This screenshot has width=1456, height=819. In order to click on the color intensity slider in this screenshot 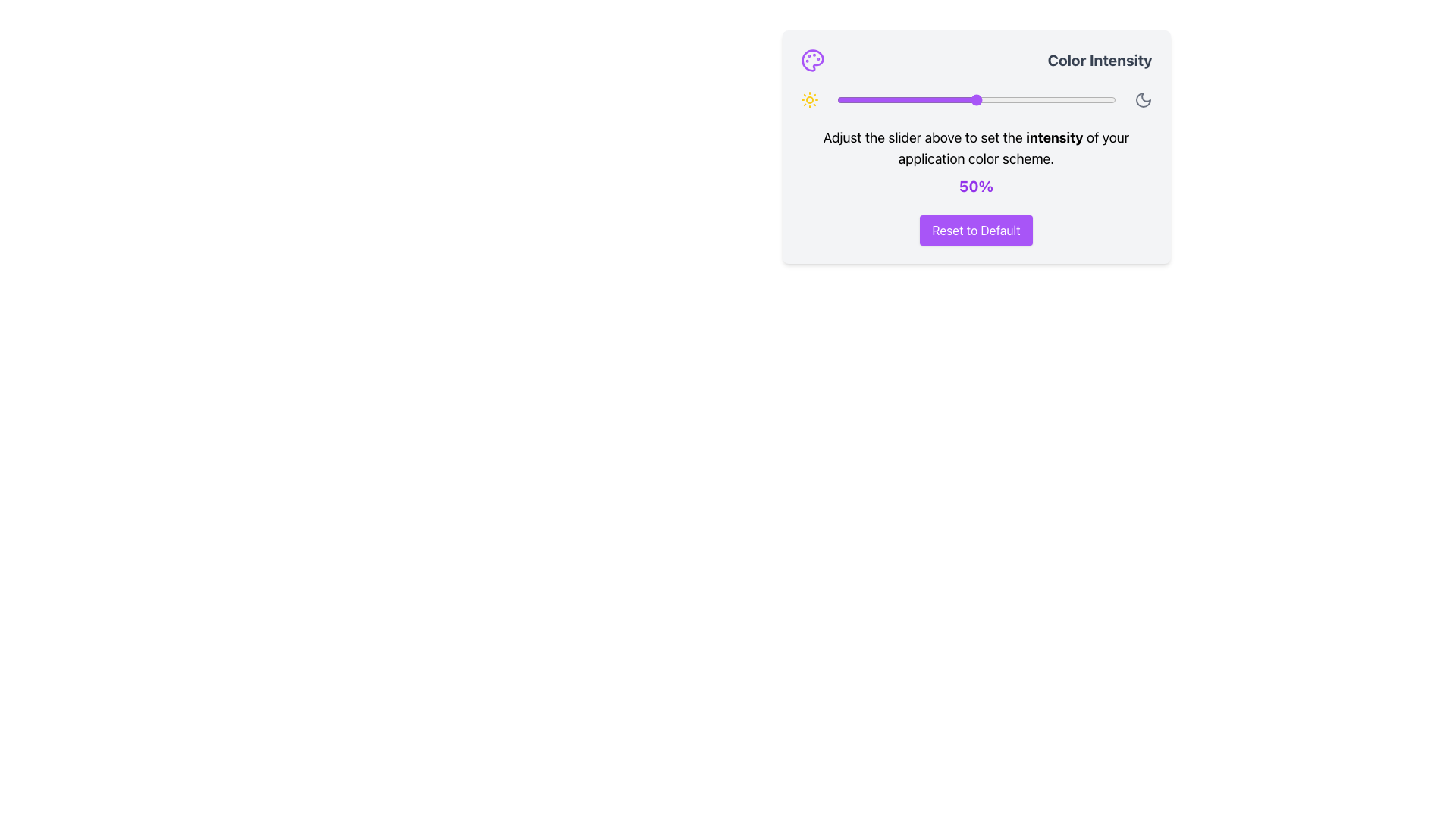, I will do `click(942, 99)`.